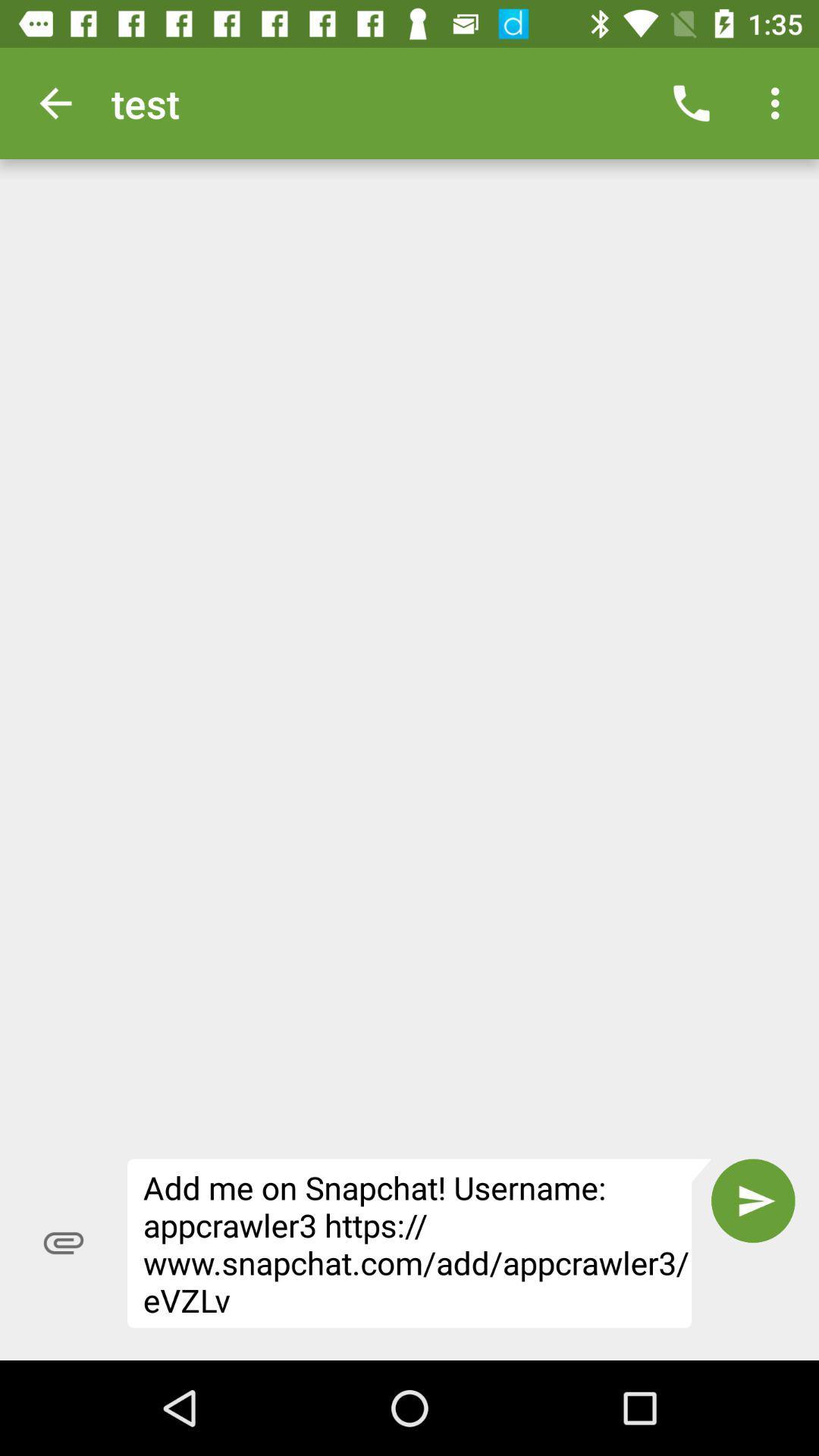 The width and height of the screenshot is (819, 1456). What do you see at coordinates (63, 1243) in the screenshot?
I see `the item to the left of the add me on item` at bounding box center [63, 1243].